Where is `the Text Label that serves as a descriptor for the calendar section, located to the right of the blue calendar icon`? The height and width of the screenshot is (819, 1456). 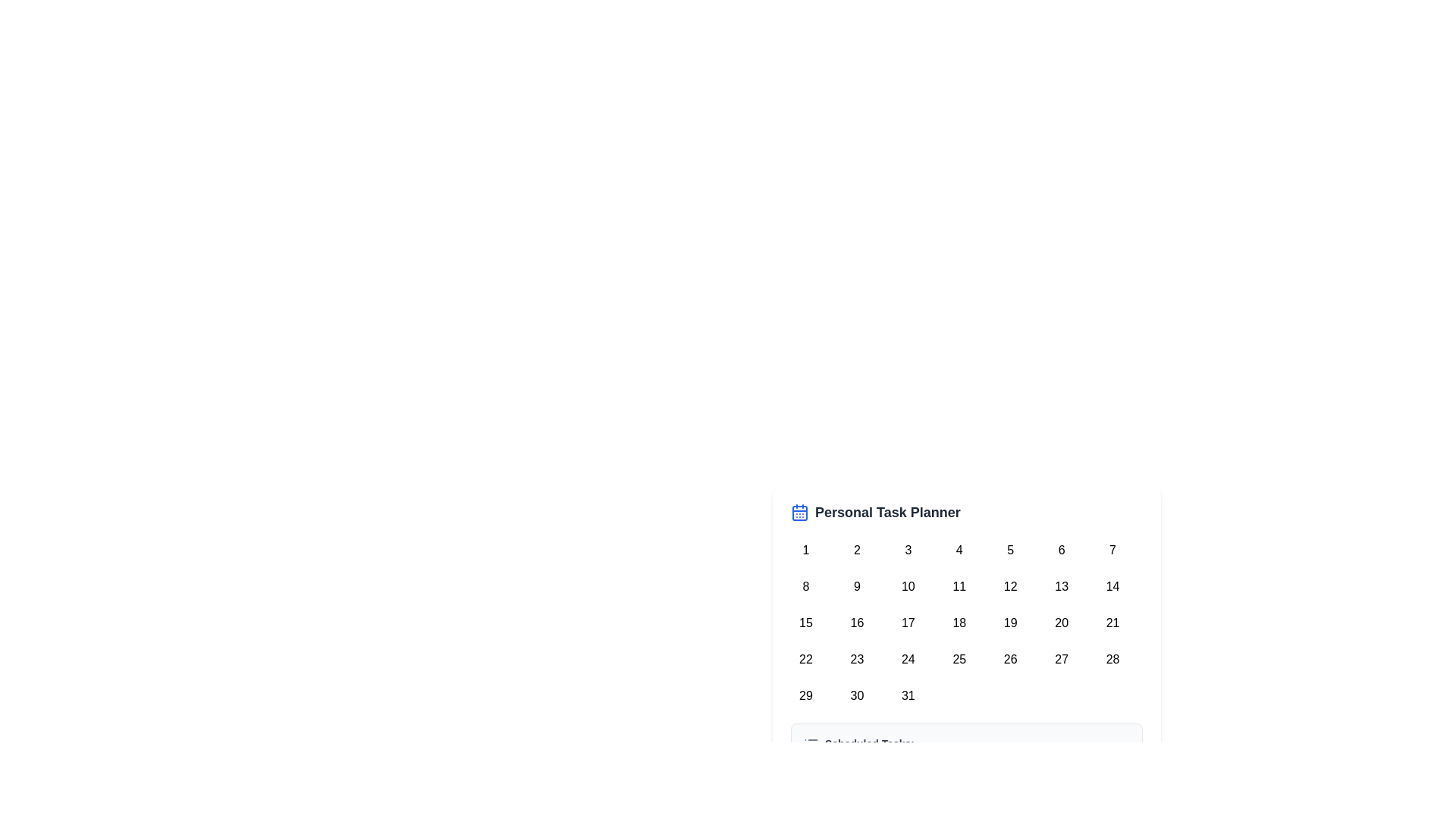 the Text Label that serves as a descriptor for the calendar section, located to the right of the blue calendar icon is located at coordinates (887, 512).